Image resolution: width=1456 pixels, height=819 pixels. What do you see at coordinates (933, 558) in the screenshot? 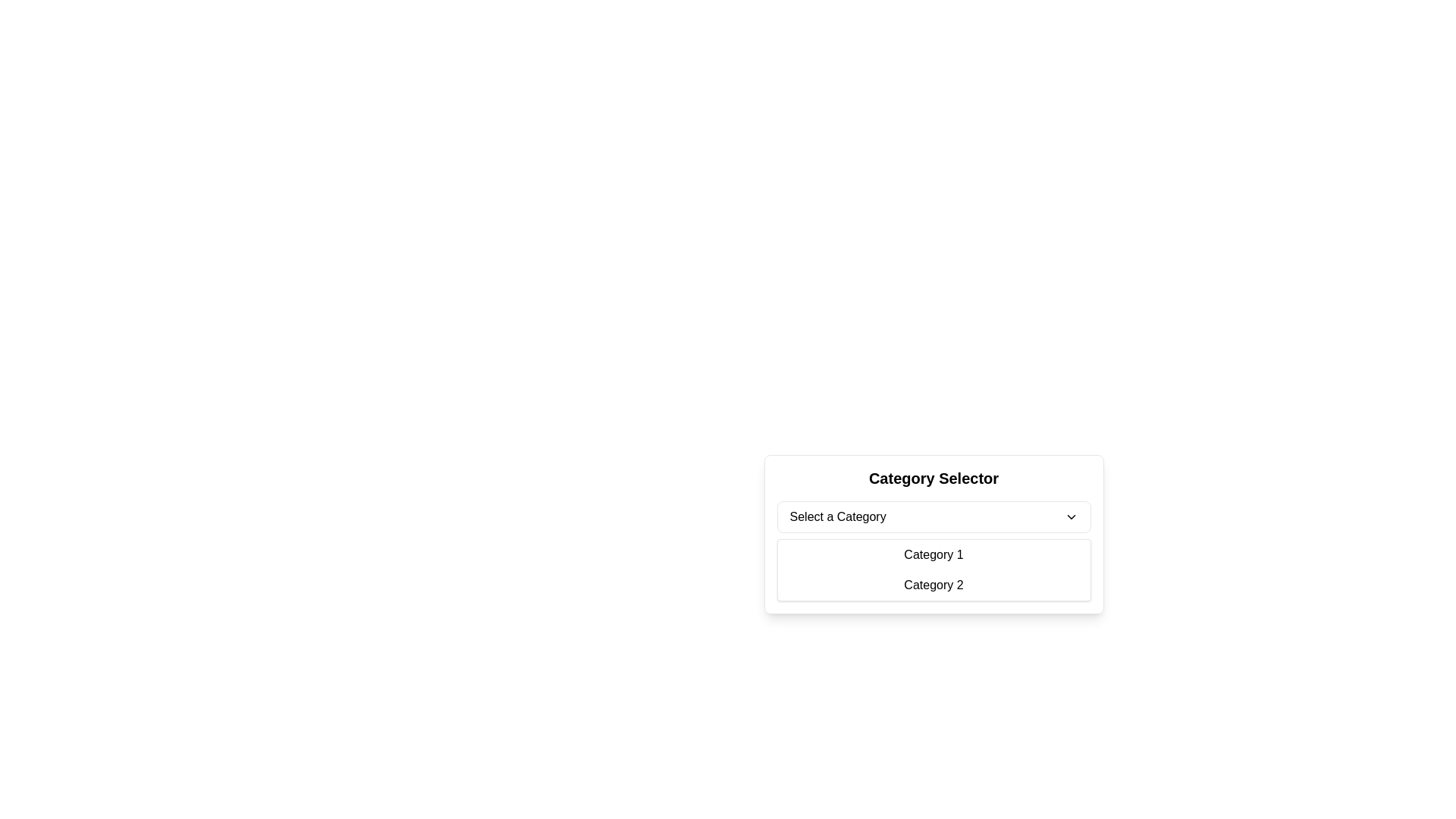
I see `the 'Category Selector' dropdown menu` at bounding box center [933, 558].